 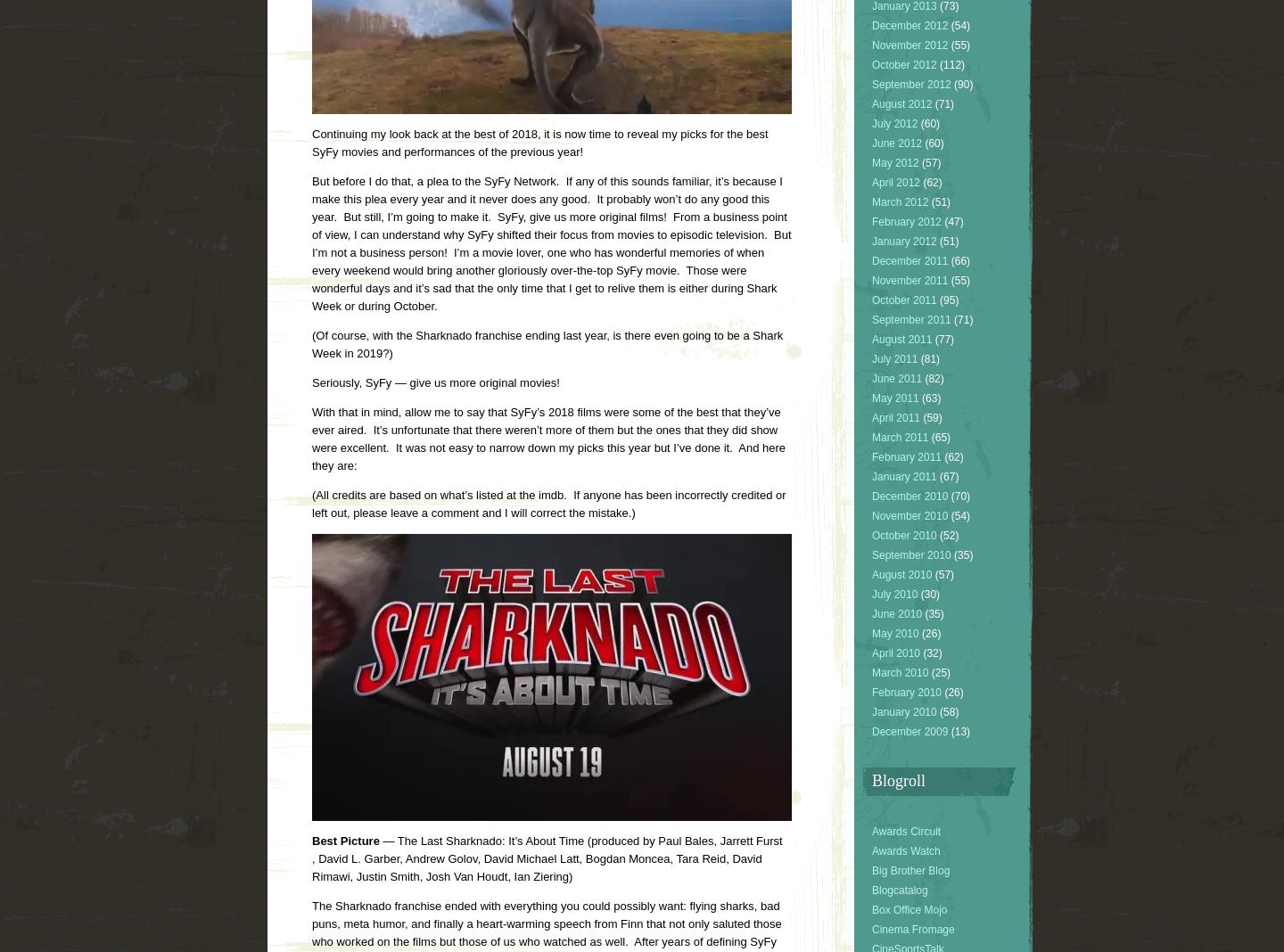 What do you see at coordinates (899, 201) in the screenshot?
I see `'March 2012'` at bounding box center [899, 201].